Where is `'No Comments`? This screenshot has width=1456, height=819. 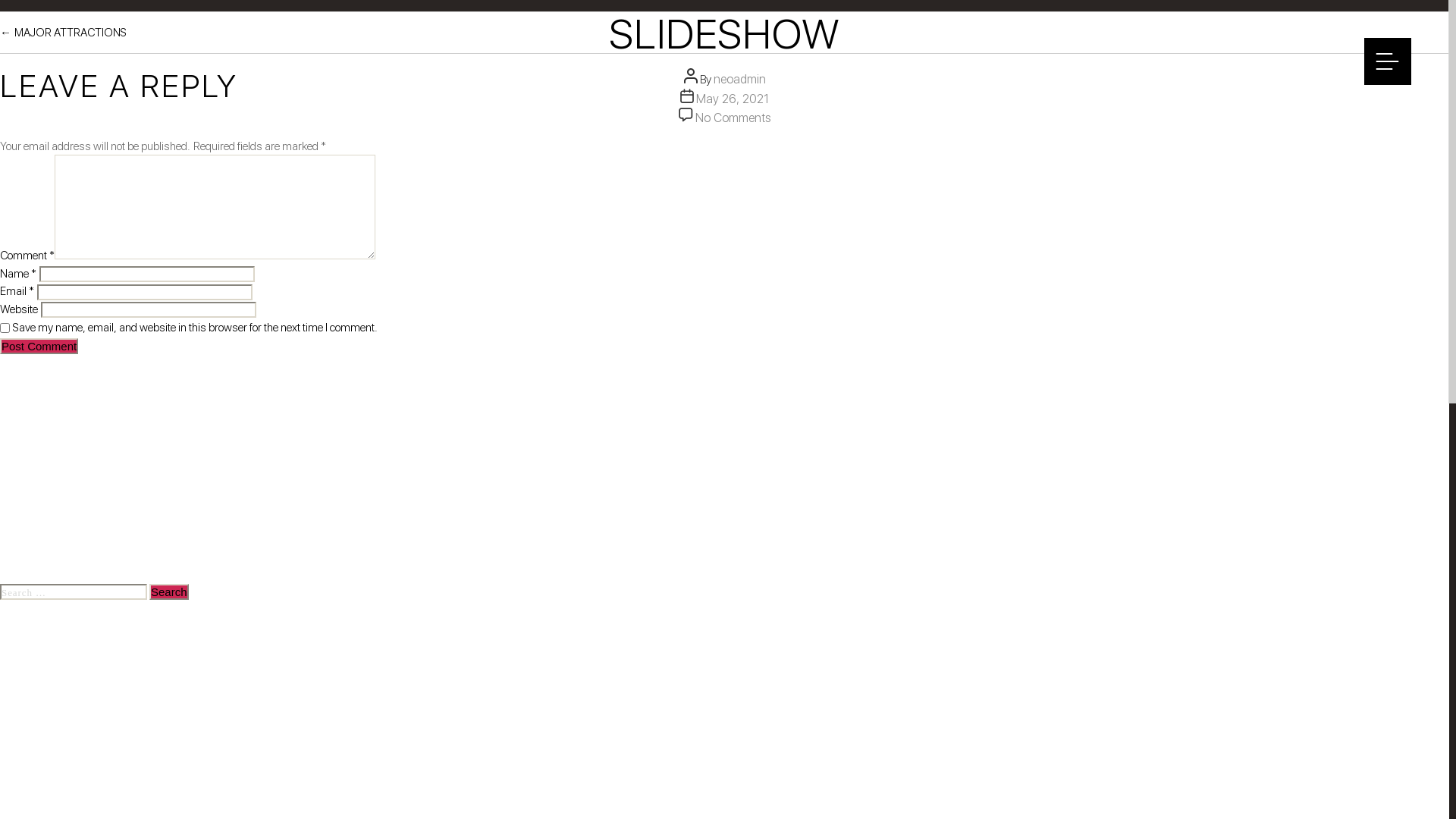 'No Comments is located at coordinates (732, 117).